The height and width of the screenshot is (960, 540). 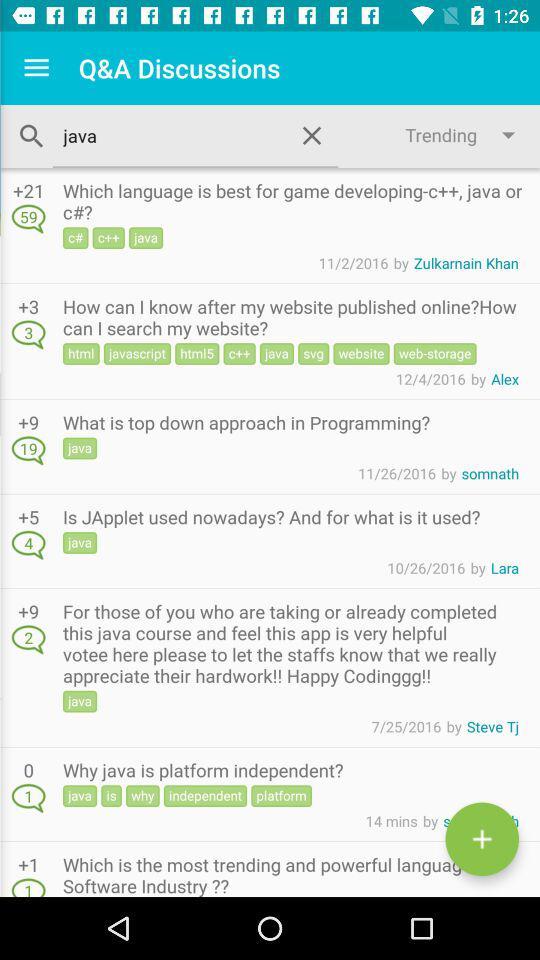 What do you see at coordinates (31, 135) in the screenshot?
I see `search button on page` at bounding box center [31, 135].